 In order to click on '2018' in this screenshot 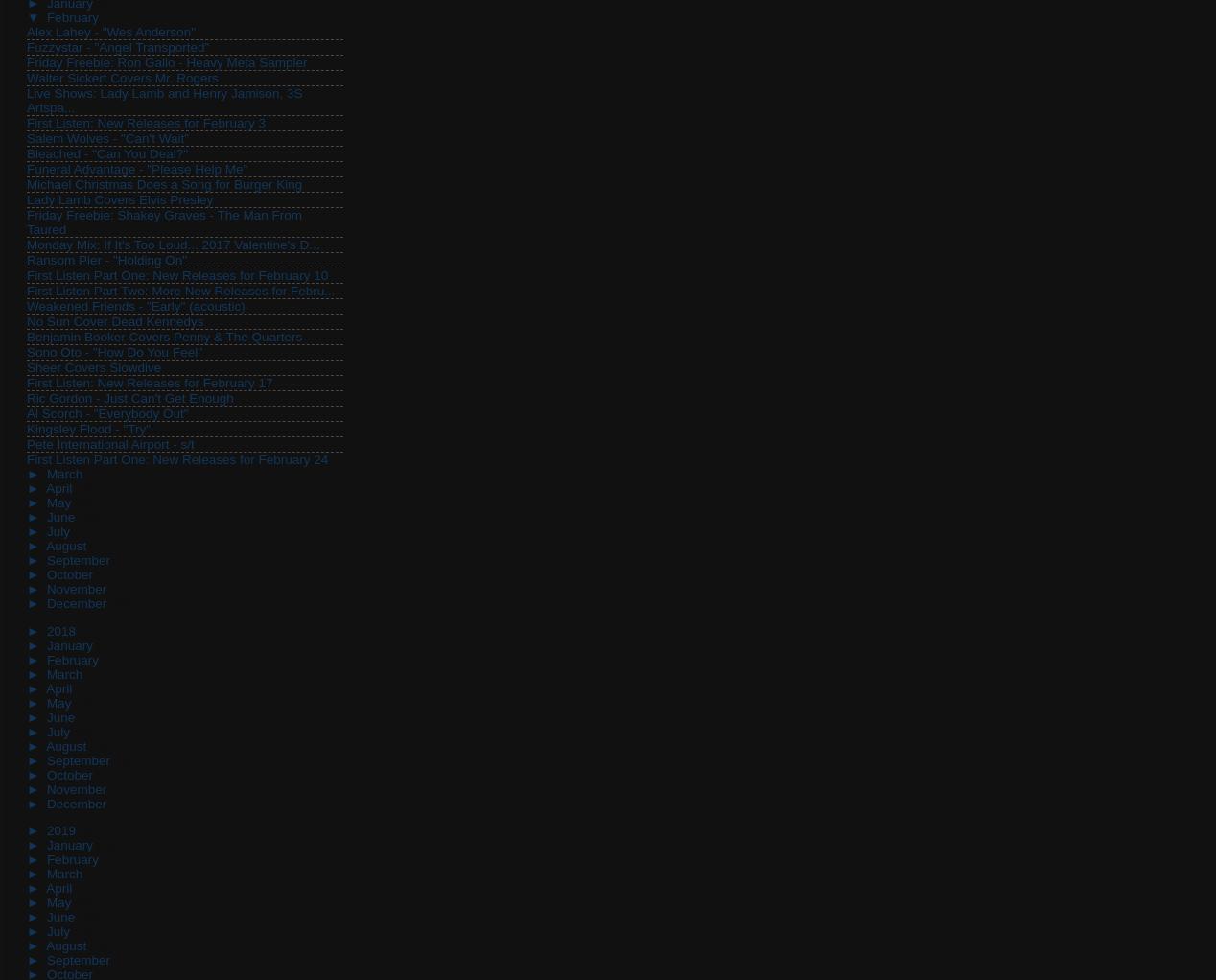, I will do `click(61, 630)`.